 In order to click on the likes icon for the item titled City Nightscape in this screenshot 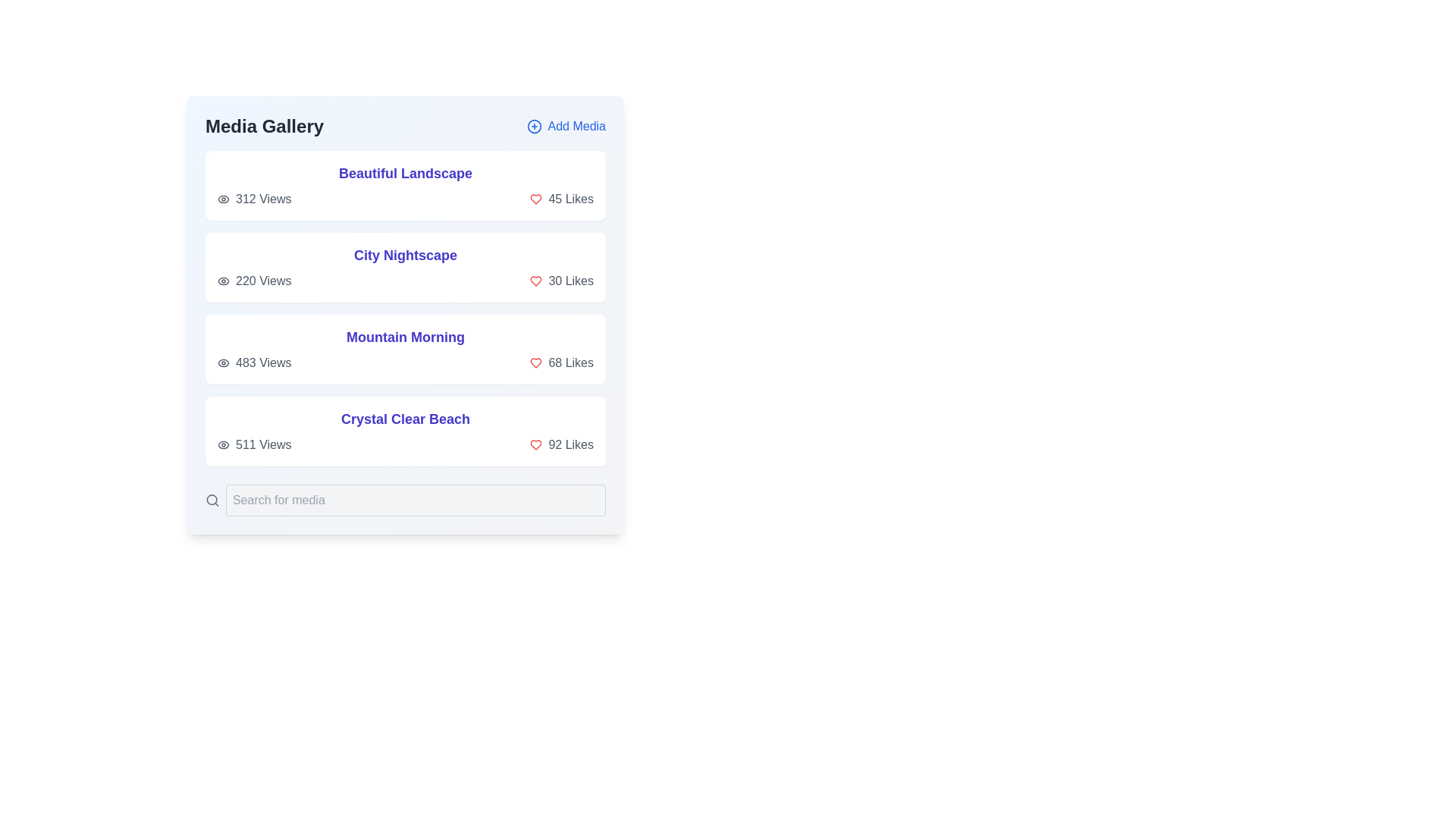, I will do `click(535, 281)`.